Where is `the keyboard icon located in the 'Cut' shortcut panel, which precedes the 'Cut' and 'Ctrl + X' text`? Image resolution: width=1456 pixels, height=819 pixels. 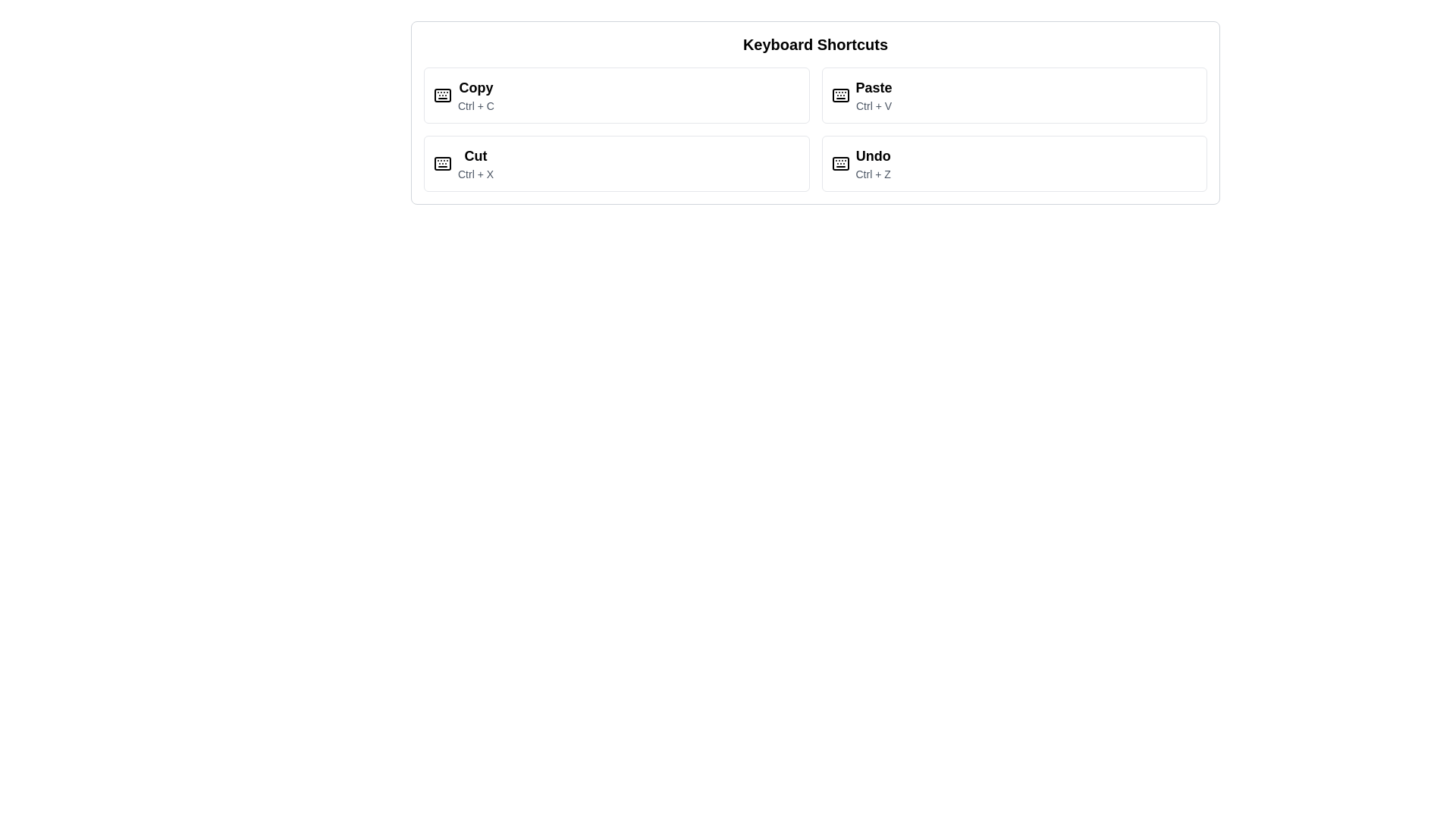 the keyboard icon located in the 'Cut' shortcut panel, which precedes the 'Cut' and 'Ctrl + X' text is located at coordinates (442, 164).